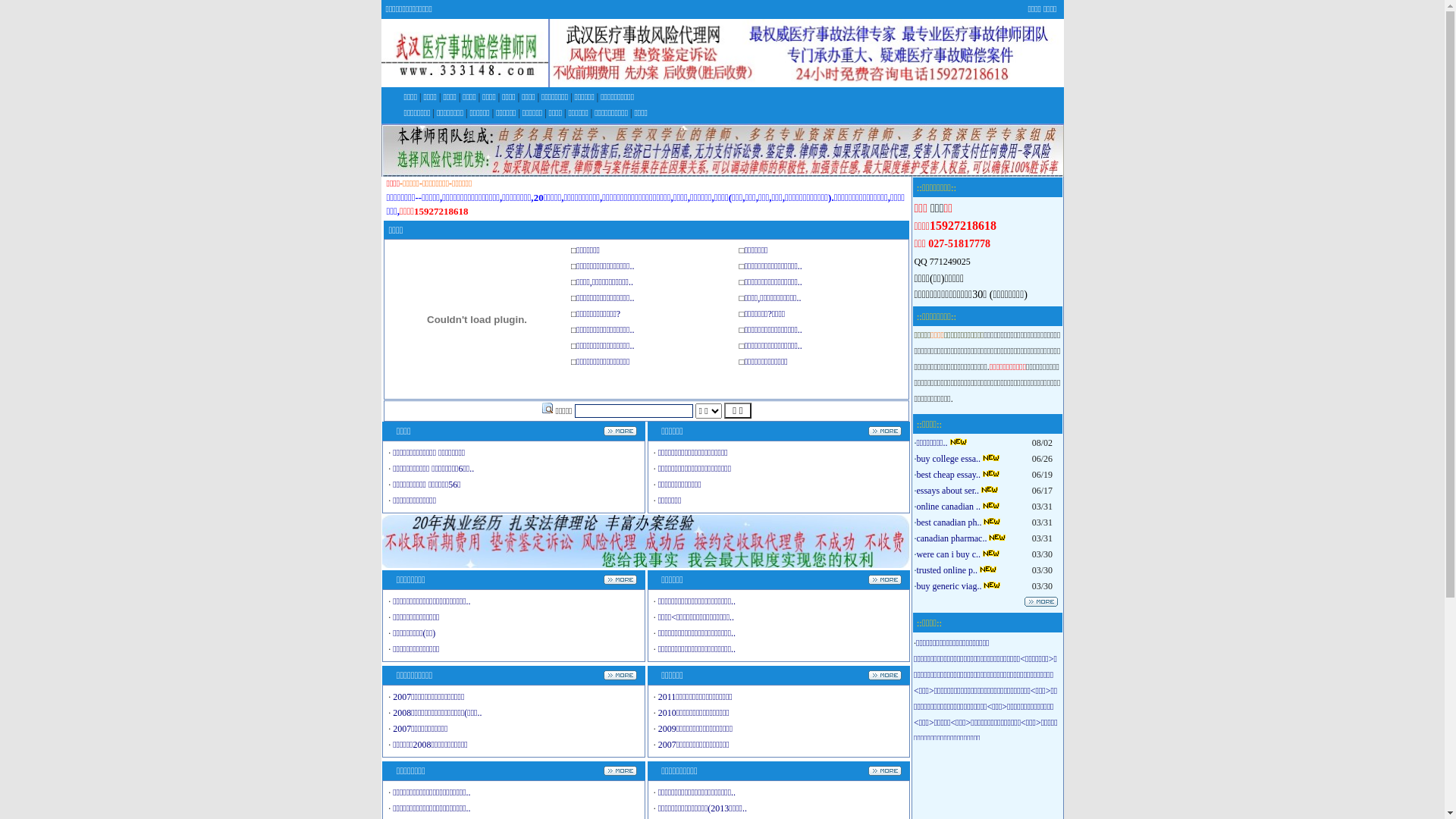  What do you see at coordinates (946, 570) in the screenshot?
I see `'trusted online p..'` at bounding box center [946, 570].